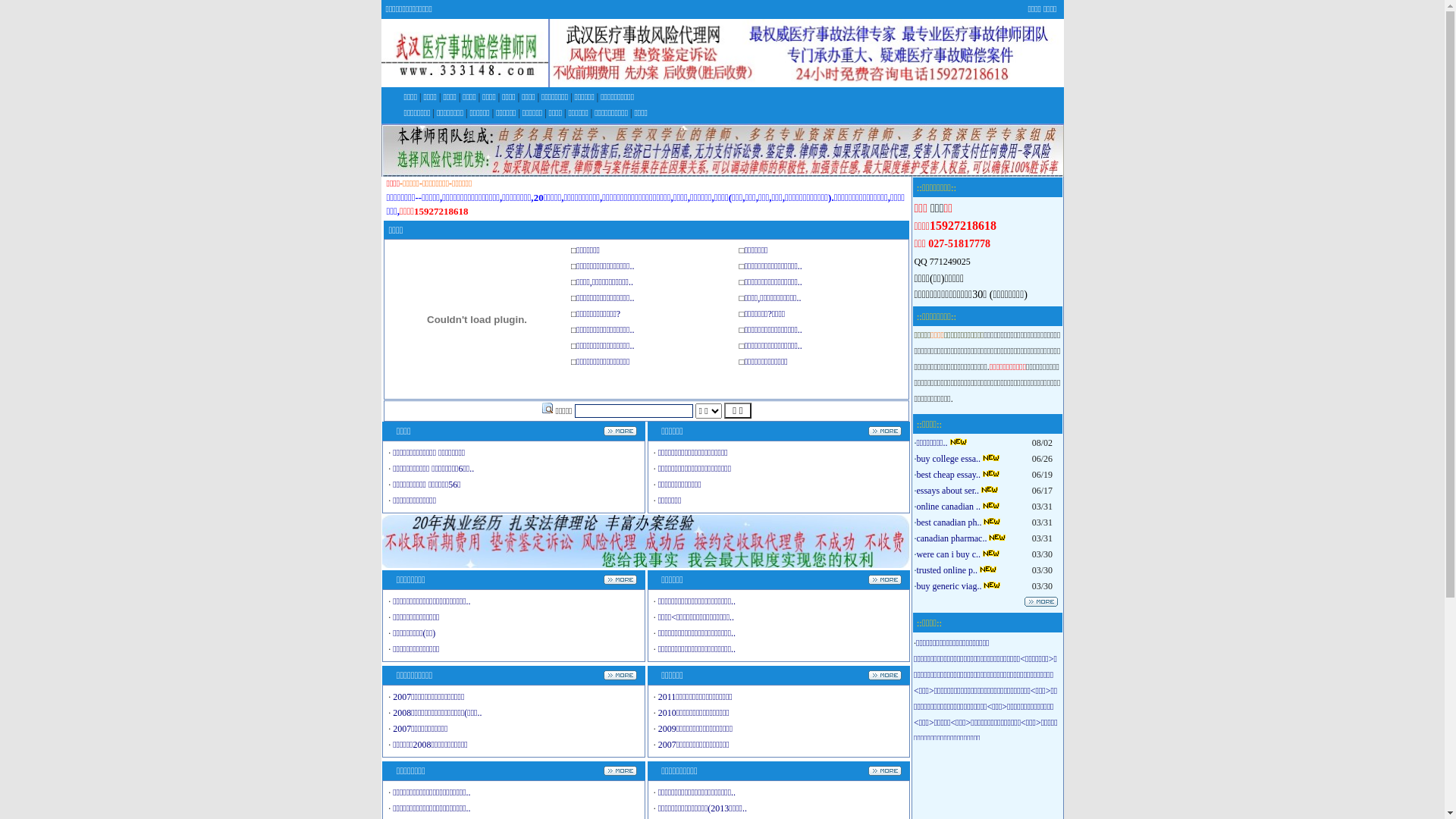  What do you see at coordinates (946, 570) in the screenshot?
I see `'trusted online p..'` at bounding box center [946, 570].